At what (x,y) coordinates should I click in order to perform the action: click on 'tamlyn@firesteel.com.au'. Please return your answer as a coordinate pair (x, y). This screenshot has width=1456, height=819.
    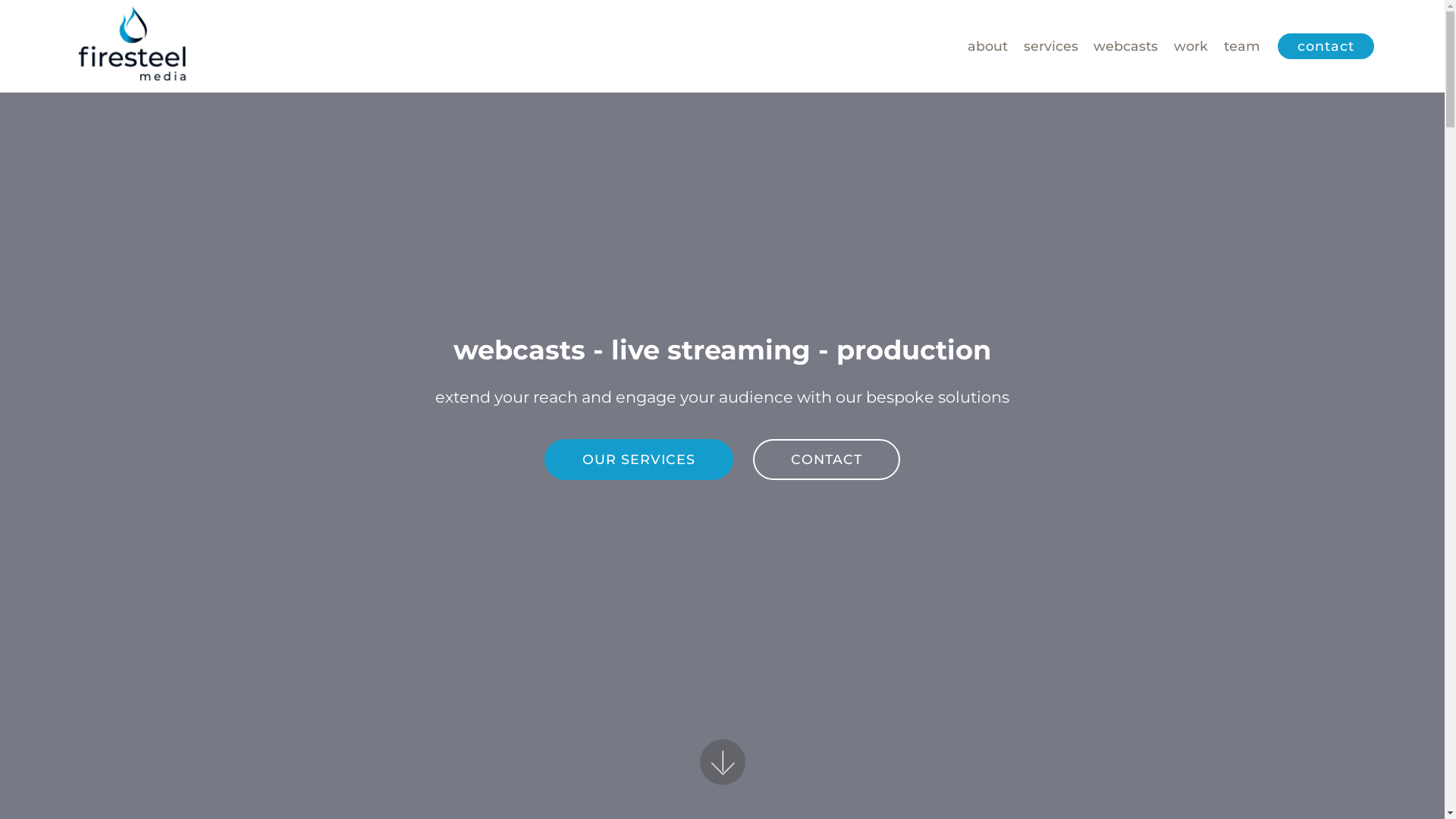
    Looking at the image, I should click on (809, 648).